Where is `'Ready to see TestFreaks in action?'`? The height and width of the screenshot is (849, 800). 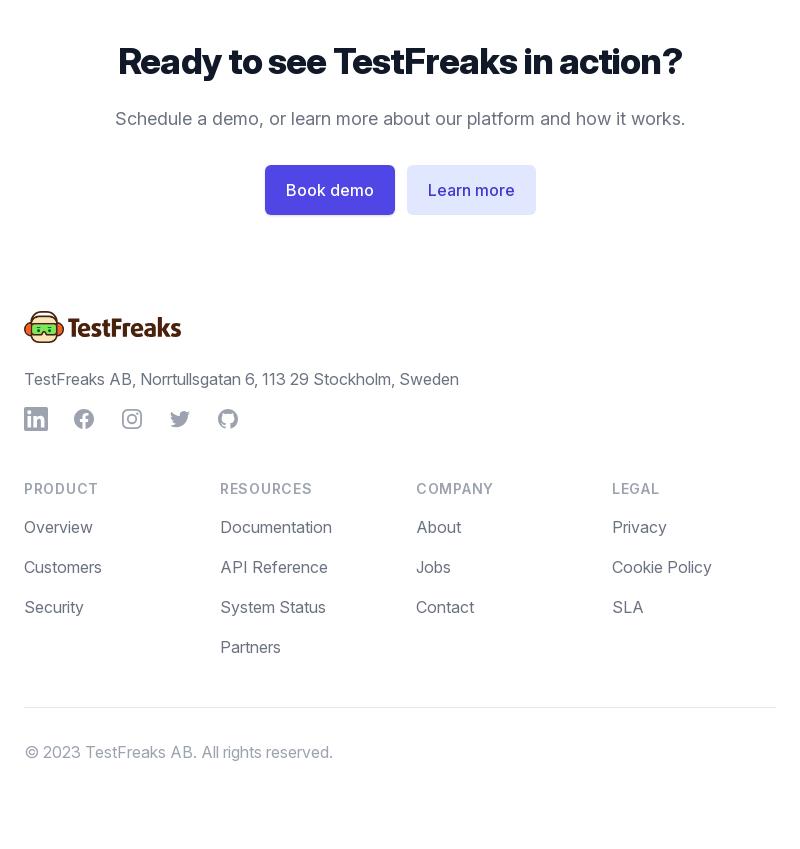
'Ready to see TestFreaks in action?' is located at coordinates (117, 60).